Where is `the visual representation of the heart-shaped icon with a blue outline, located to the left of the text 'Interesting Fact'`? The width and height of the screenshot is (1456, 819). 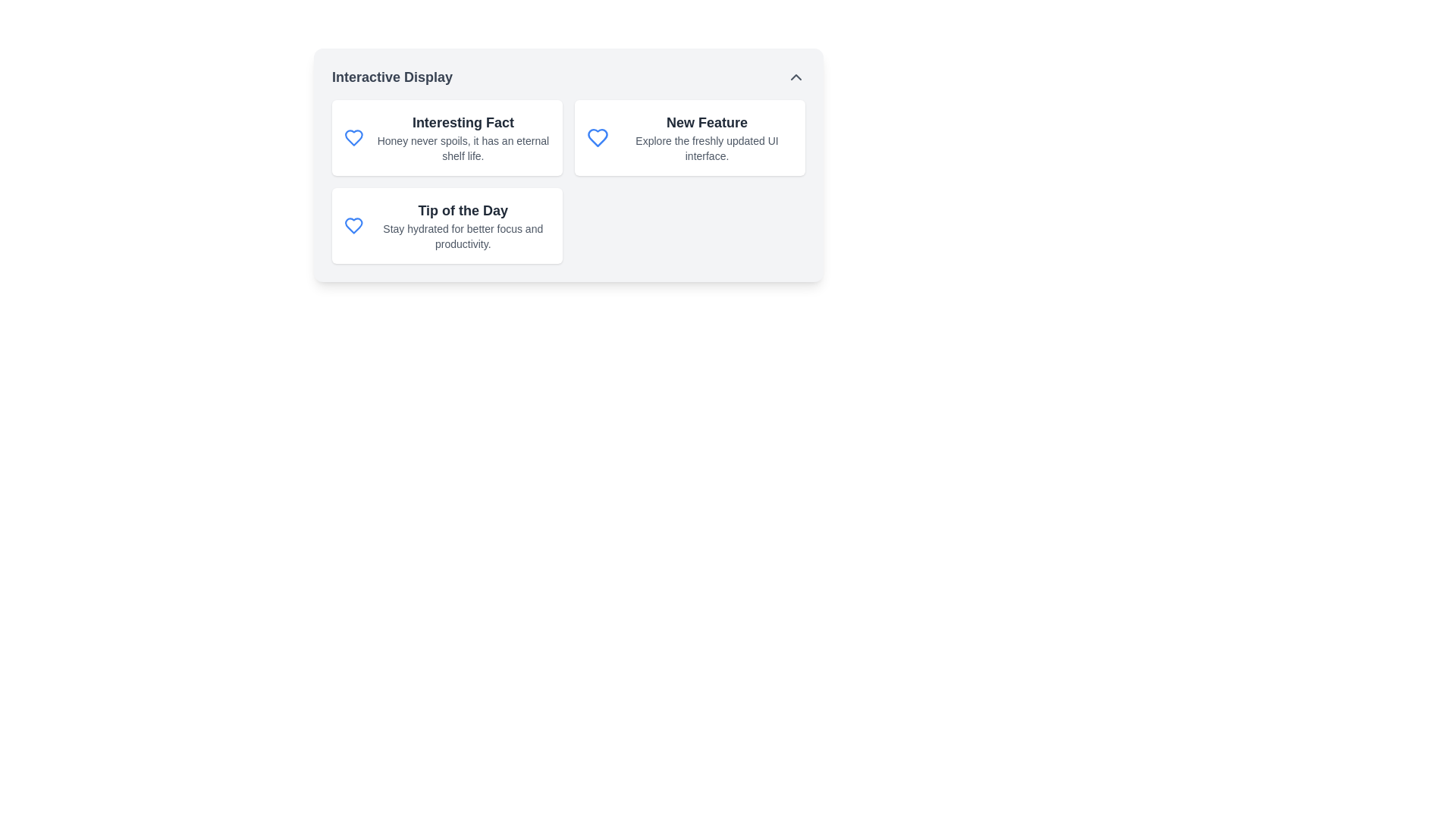
the visual representation of the heart-shaped icon with a blue outline, located to the left of the text 'Interesting Fact' is located at coordinates (353, 137).